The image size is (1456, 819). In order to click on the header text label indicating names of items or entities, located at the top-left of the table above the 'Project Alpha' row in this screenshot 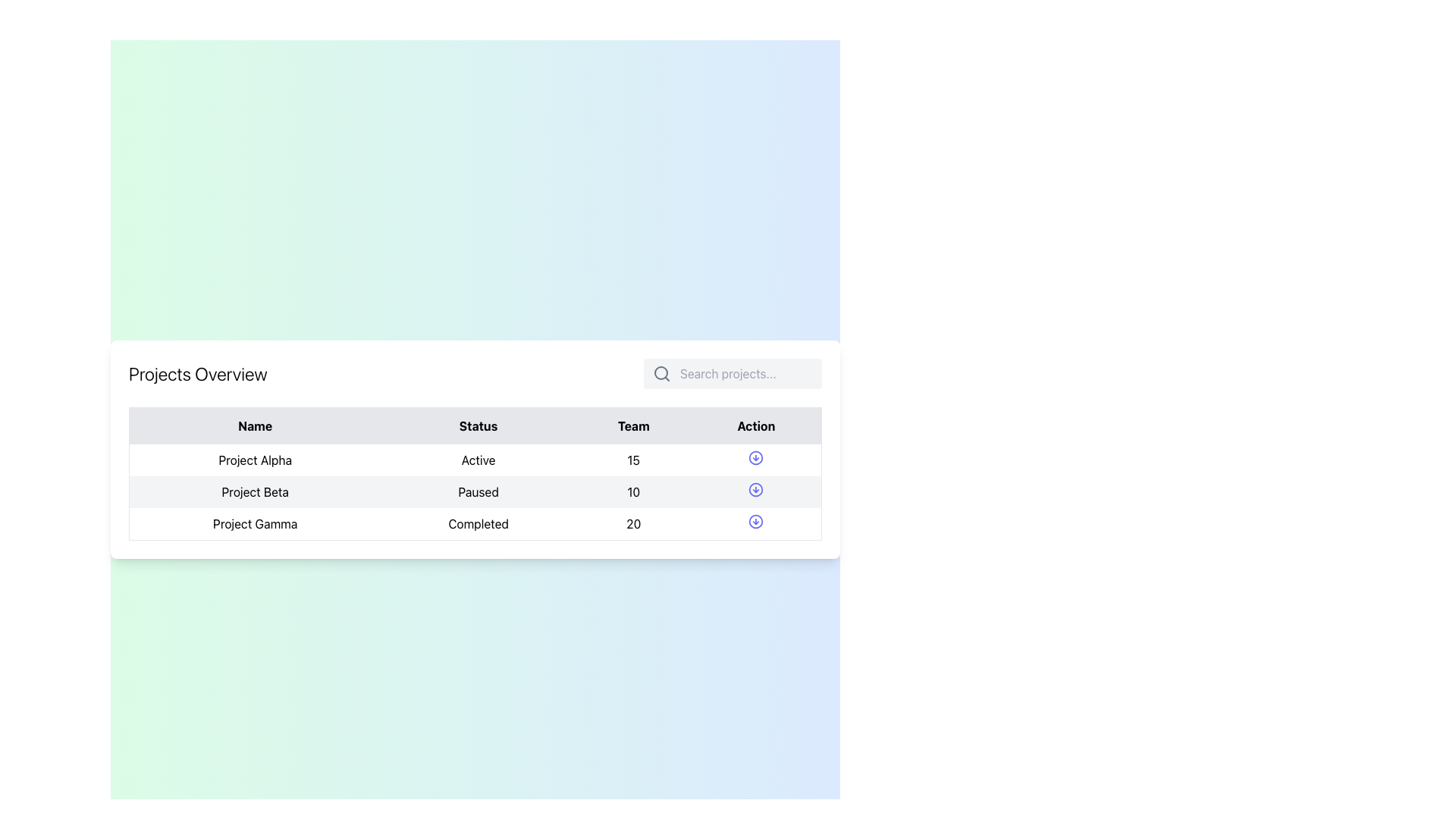, I will do `click(255, 425)`.